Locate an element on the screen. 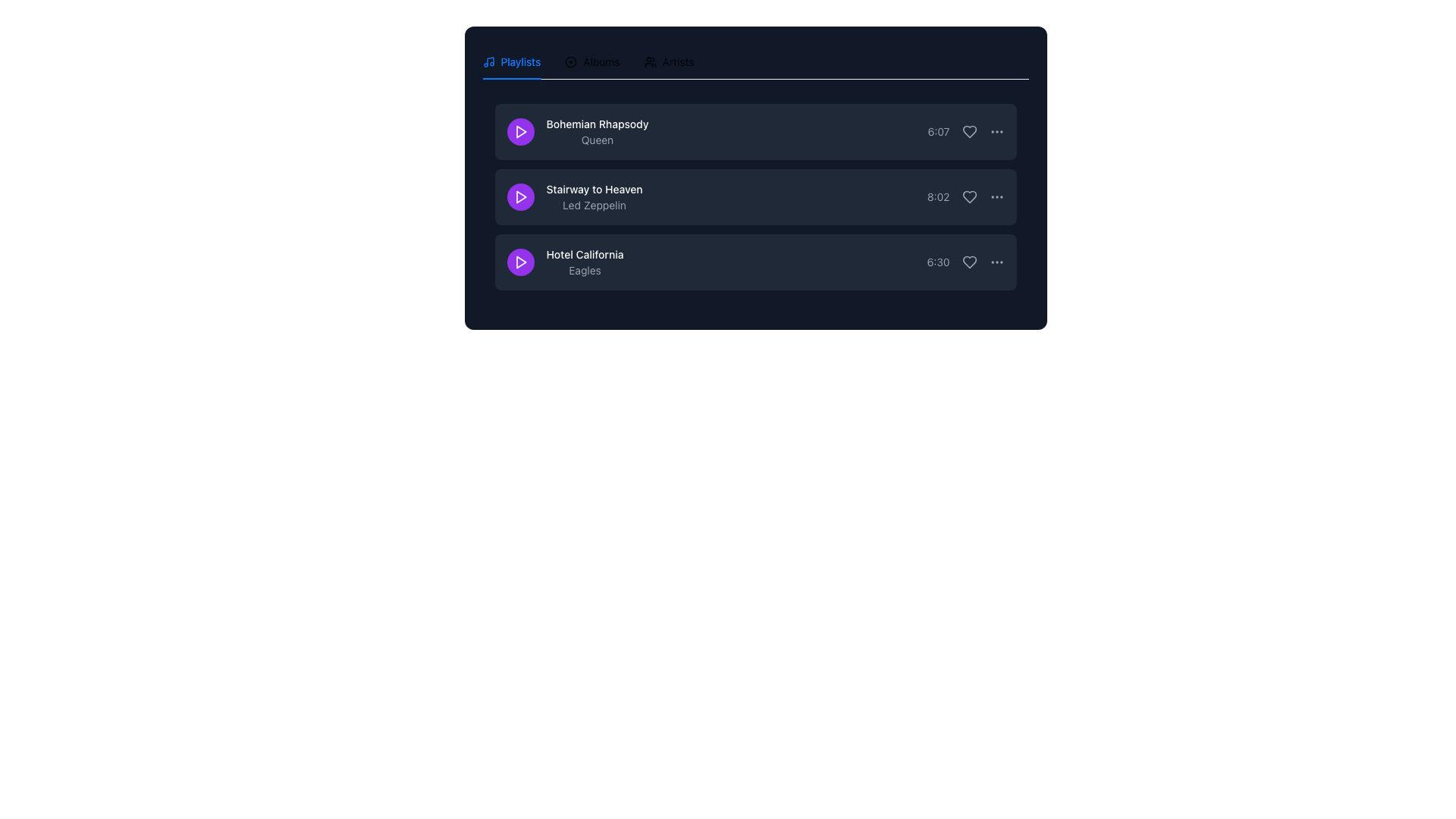 The width and height of the screenshot is (1456, 819). the play button is located at coordinates (521, 196).